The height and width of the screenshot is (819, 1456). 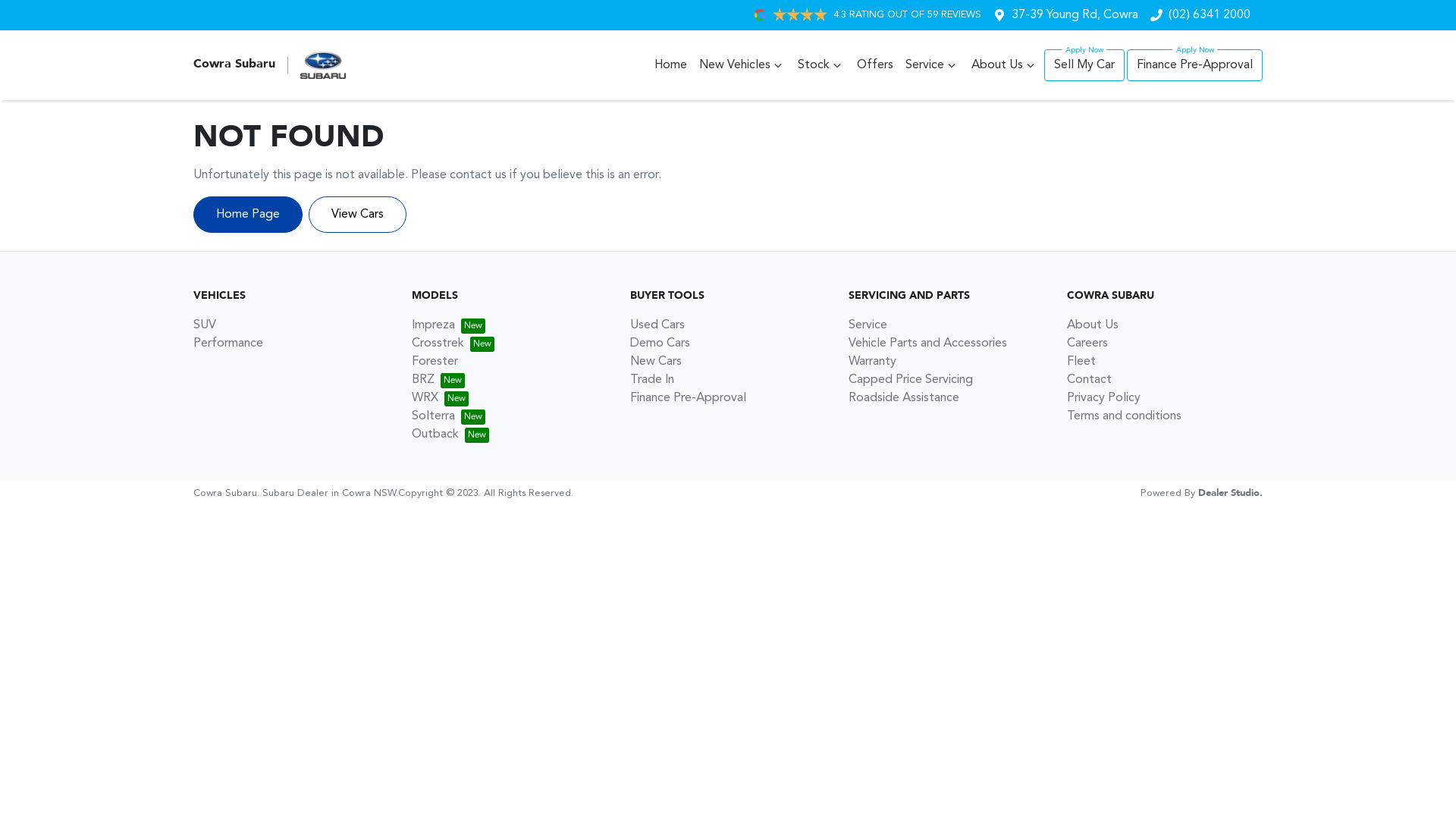 What do you see at coordinates (903, 397) in the screenshot?
I see `'Roadside Assistance'` at bounding box center [903, 397].